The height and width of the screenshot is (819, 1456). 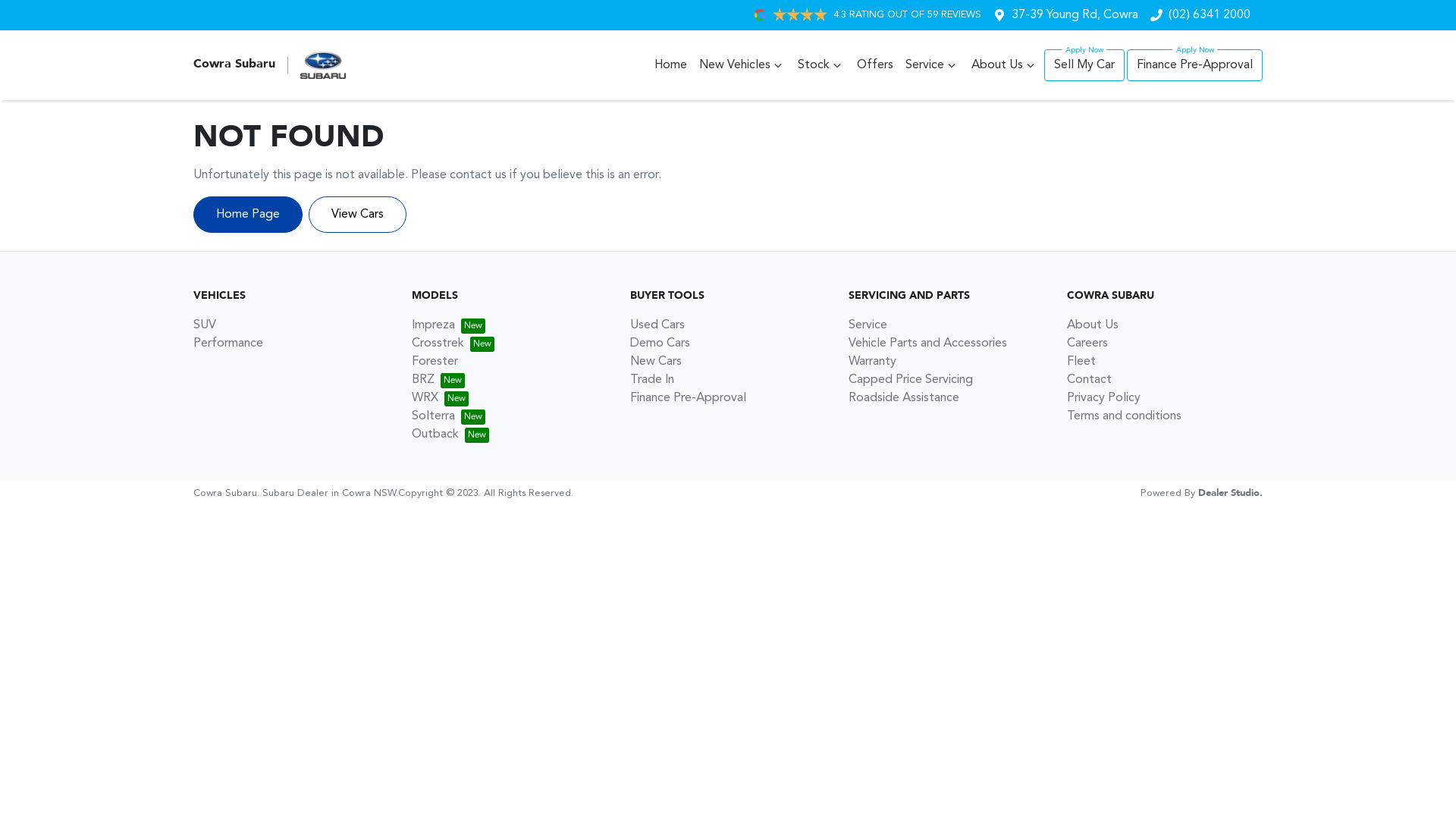 What do you see at coordinates (903, 397) in the screenshot?
I see `'Roadside Assistance'` at bounding box center [903, 397].